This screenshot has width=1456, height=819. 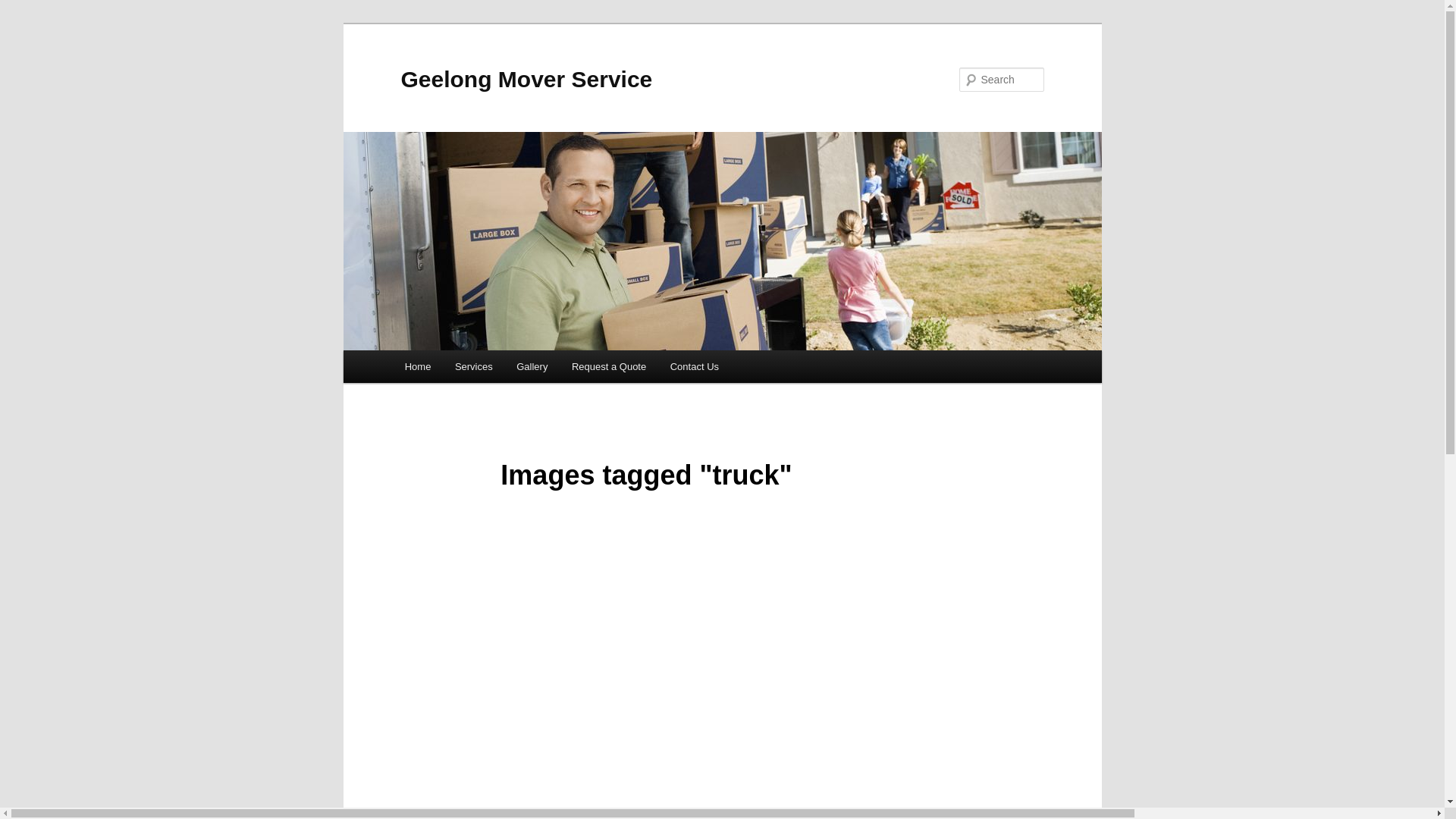 What do you see at coordinates (532, 366) in the screenshot?
I see `'Gallery'` at bounding box center [532, 366].